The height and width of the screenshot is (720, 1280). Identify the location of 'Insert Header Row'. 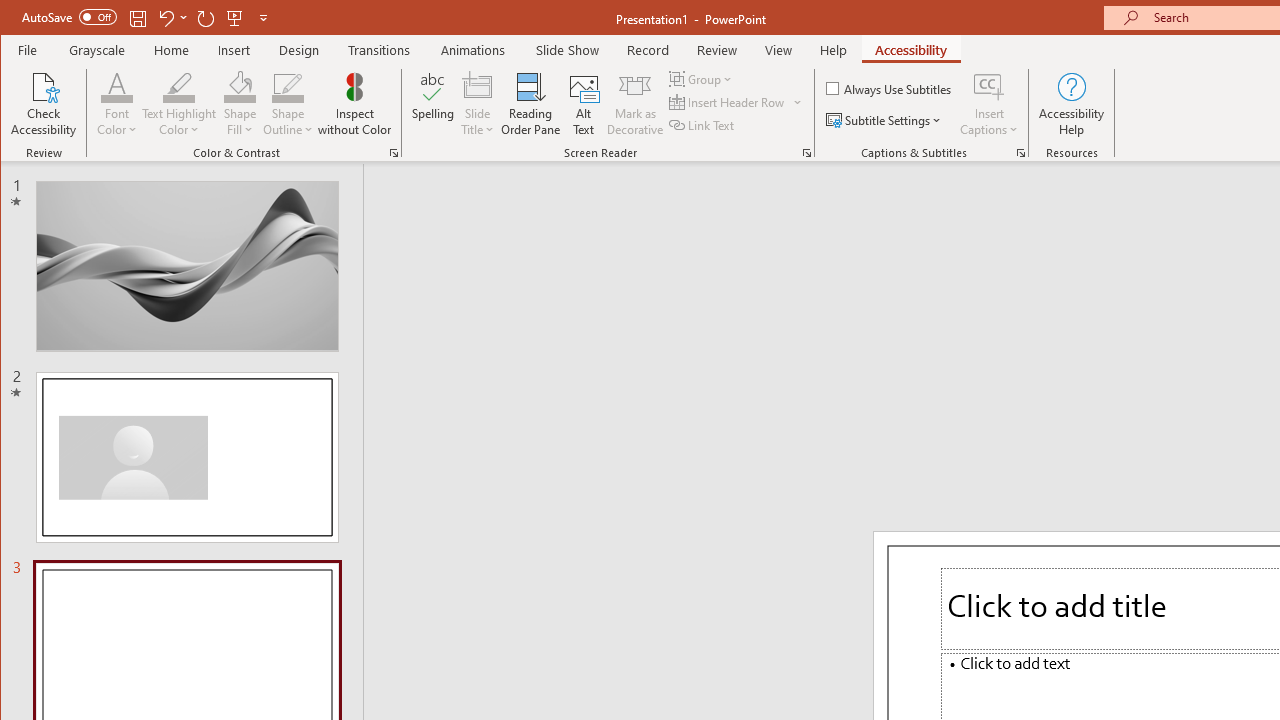
(735, 102).